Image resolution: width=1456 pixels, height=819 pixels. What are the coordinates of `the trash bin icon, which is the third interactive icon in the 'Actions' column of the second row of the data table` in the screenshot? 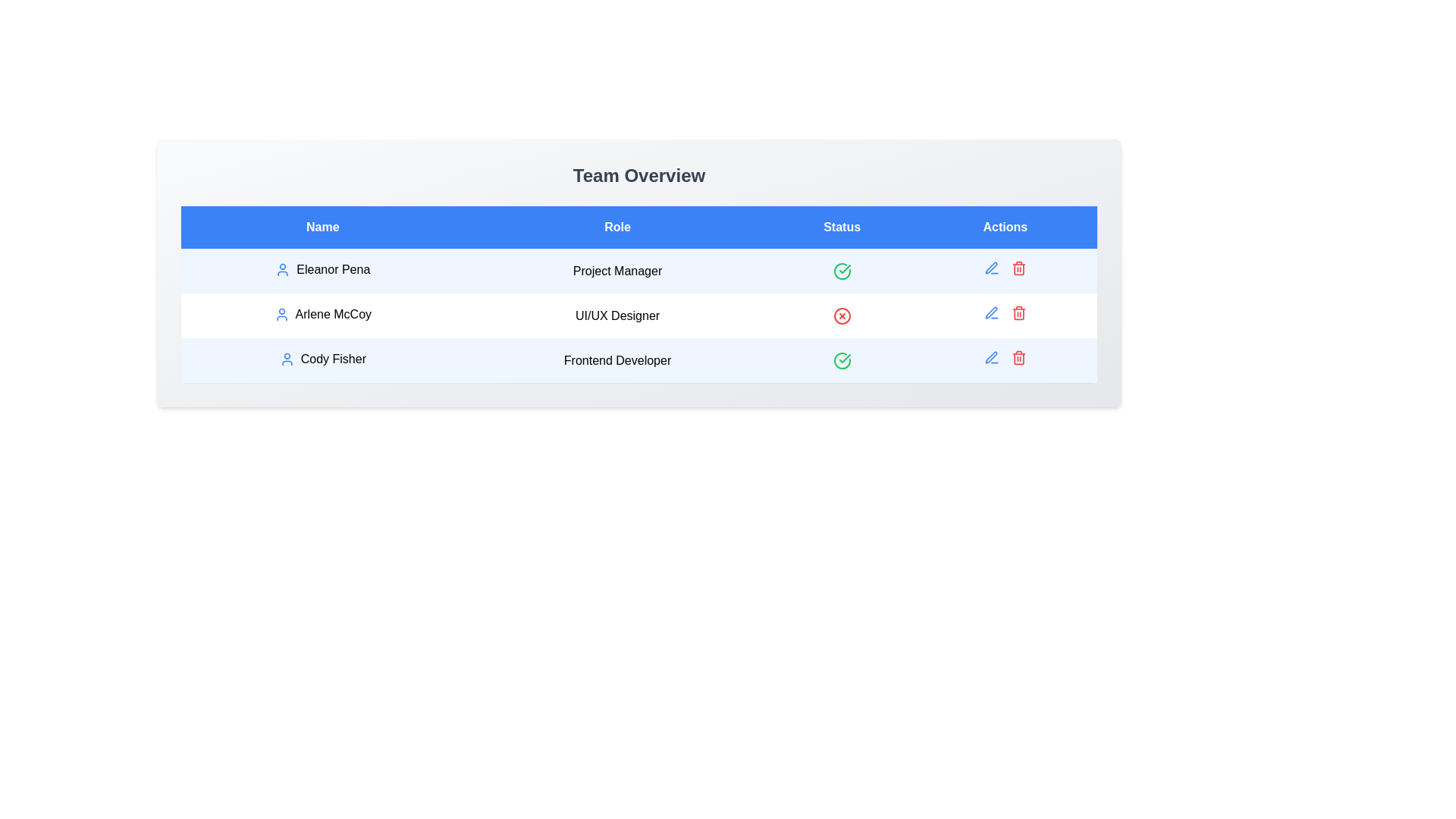 It's located at (1019, 268).